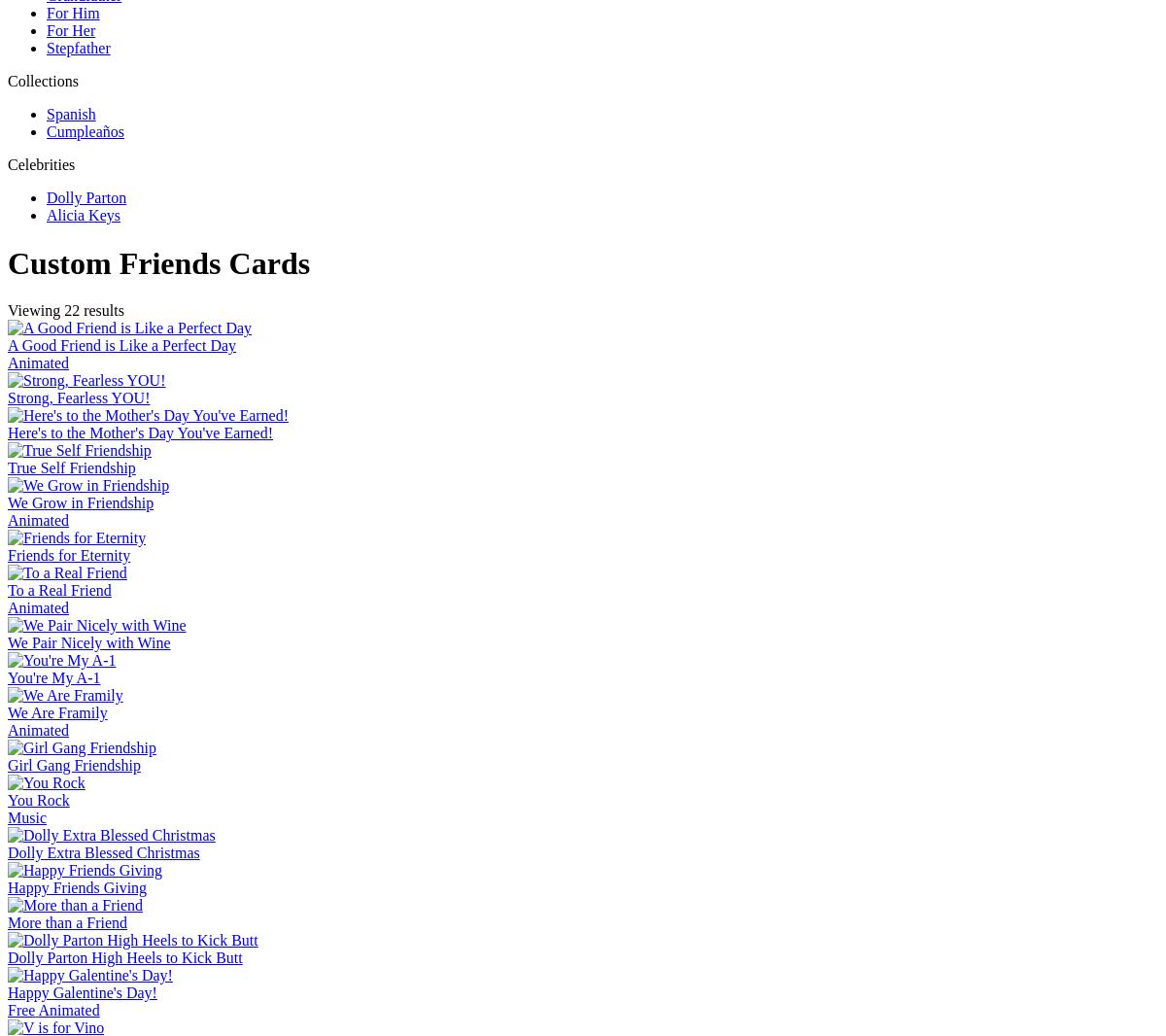 The image size is (1166, 1036). I want to click on 'Dolly Parton', so click(86, 196).